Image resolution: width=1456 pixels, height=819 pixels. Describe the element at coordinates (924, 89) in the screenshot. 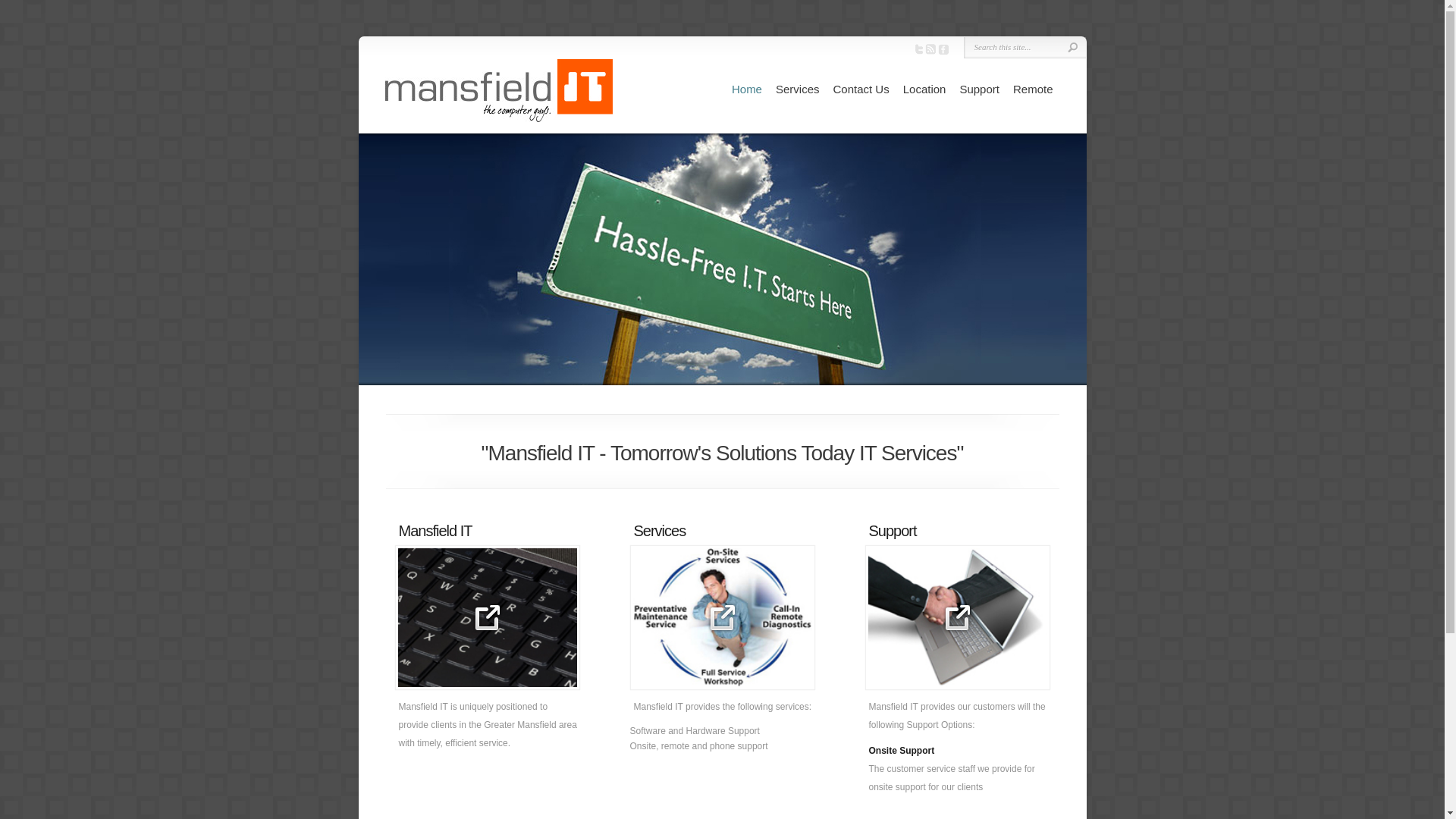

I see `'Location'` at that location.